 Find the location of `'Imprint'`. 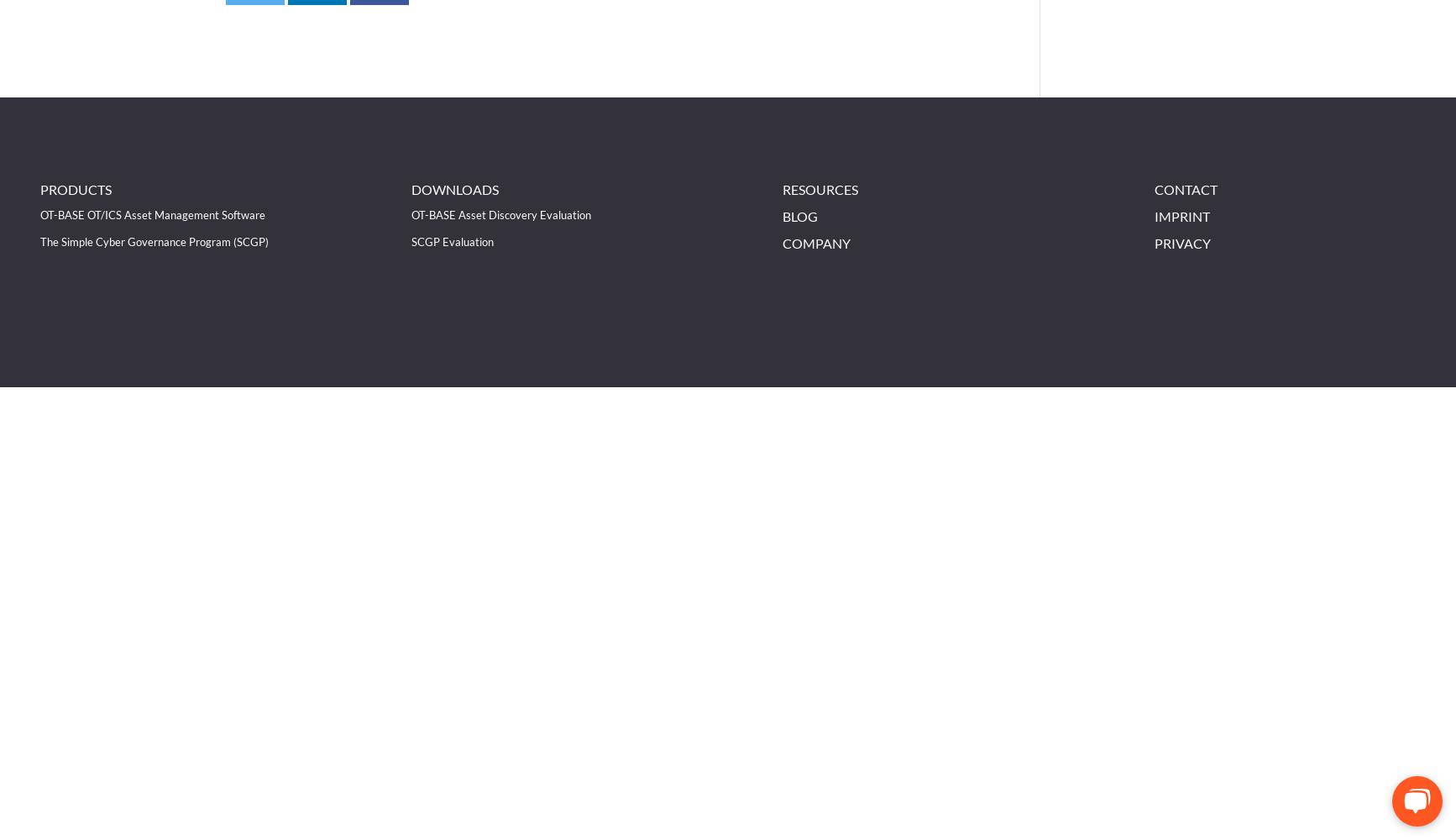

'Imprint' is located at coordinates (1180, 215).